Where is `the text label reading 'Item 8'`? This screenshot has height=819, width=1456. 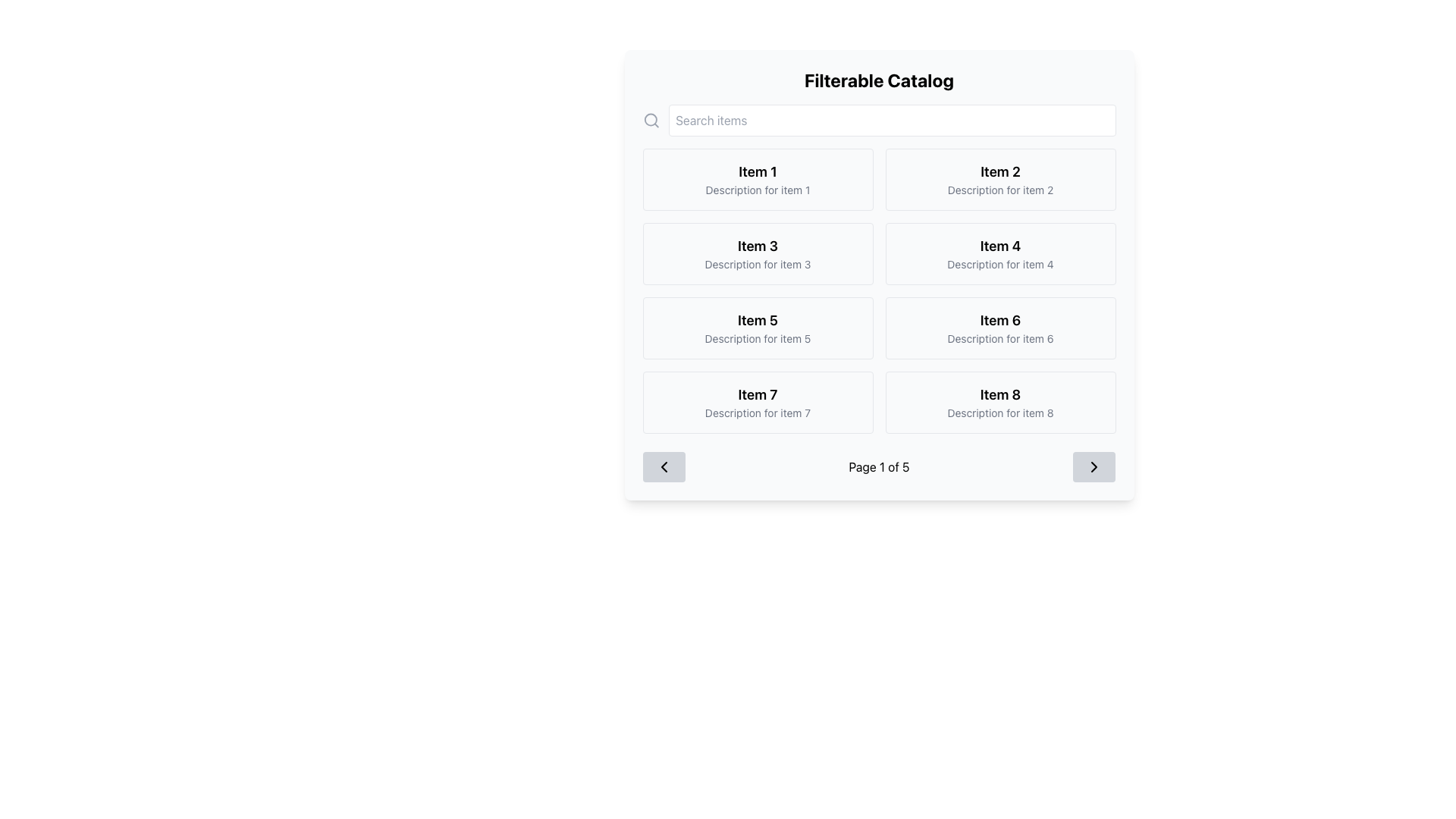
the text label reading 'Item 8' is located at coordinates (1000, 394).